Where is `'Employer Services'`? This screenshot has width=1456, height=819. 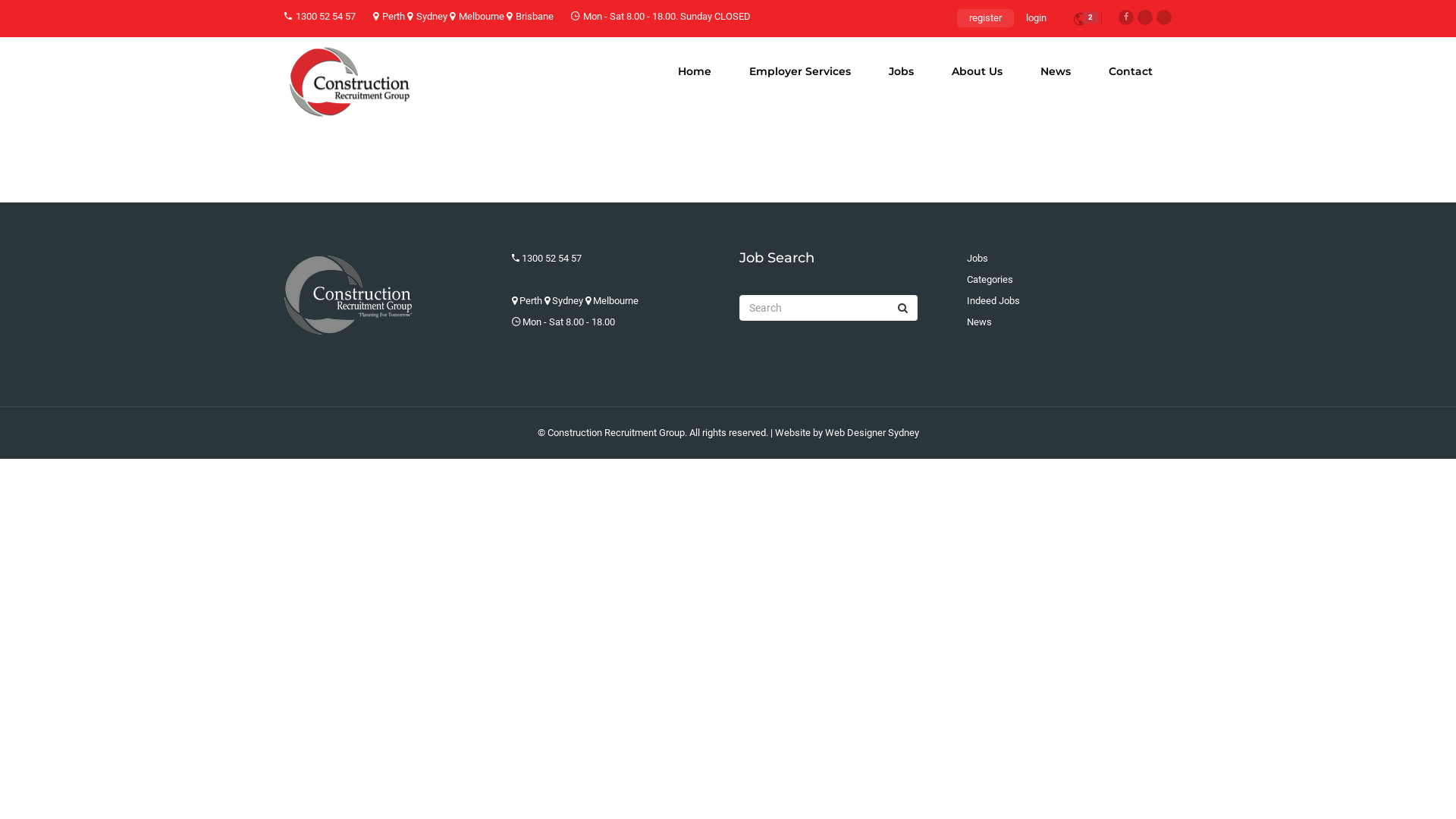
'Employer Services' is located at coordinates (799, 71).